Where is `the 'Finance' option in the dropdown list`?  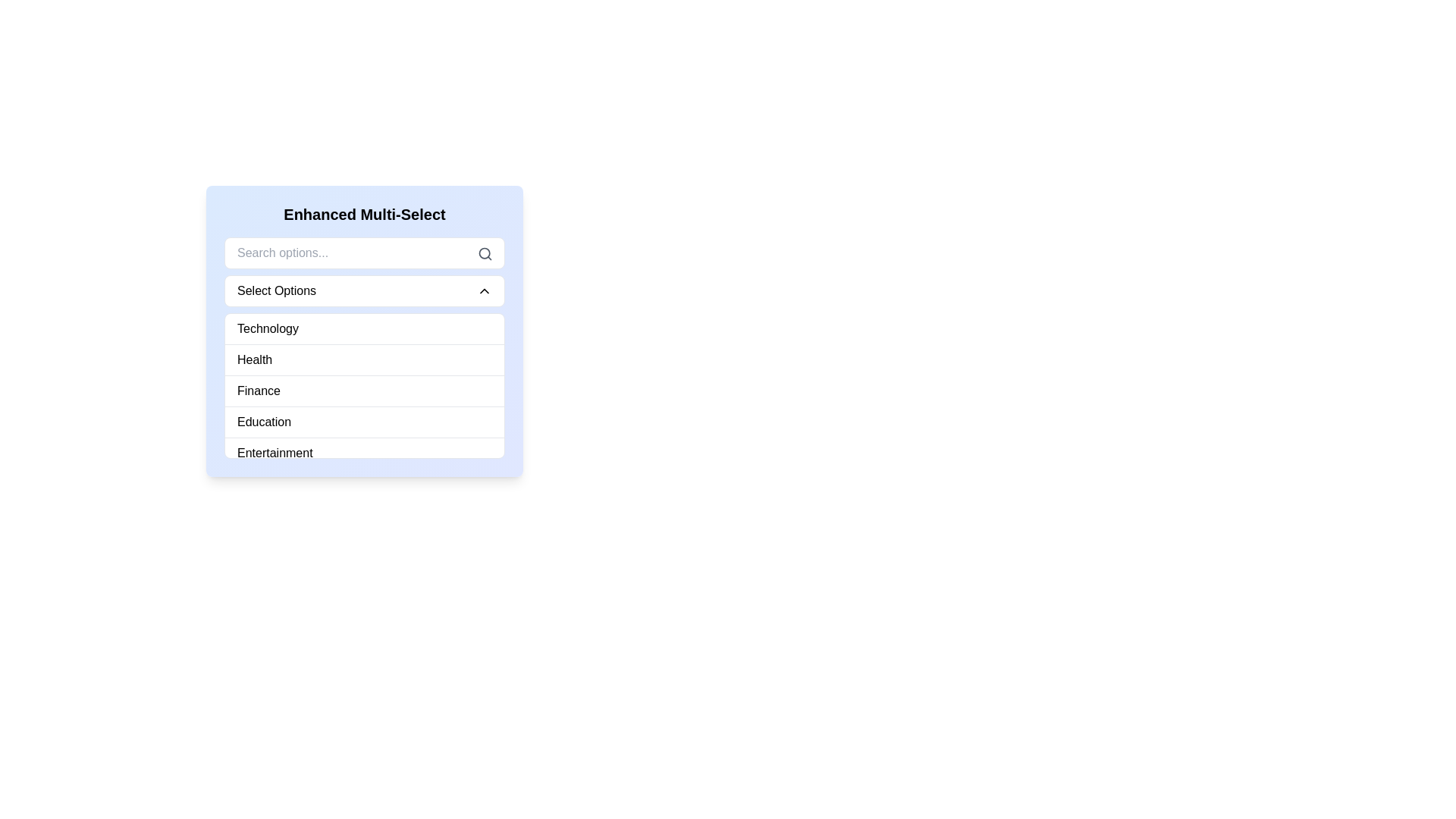
the 'Finance' option in the dropdown list is located at coordinates (364, 390).